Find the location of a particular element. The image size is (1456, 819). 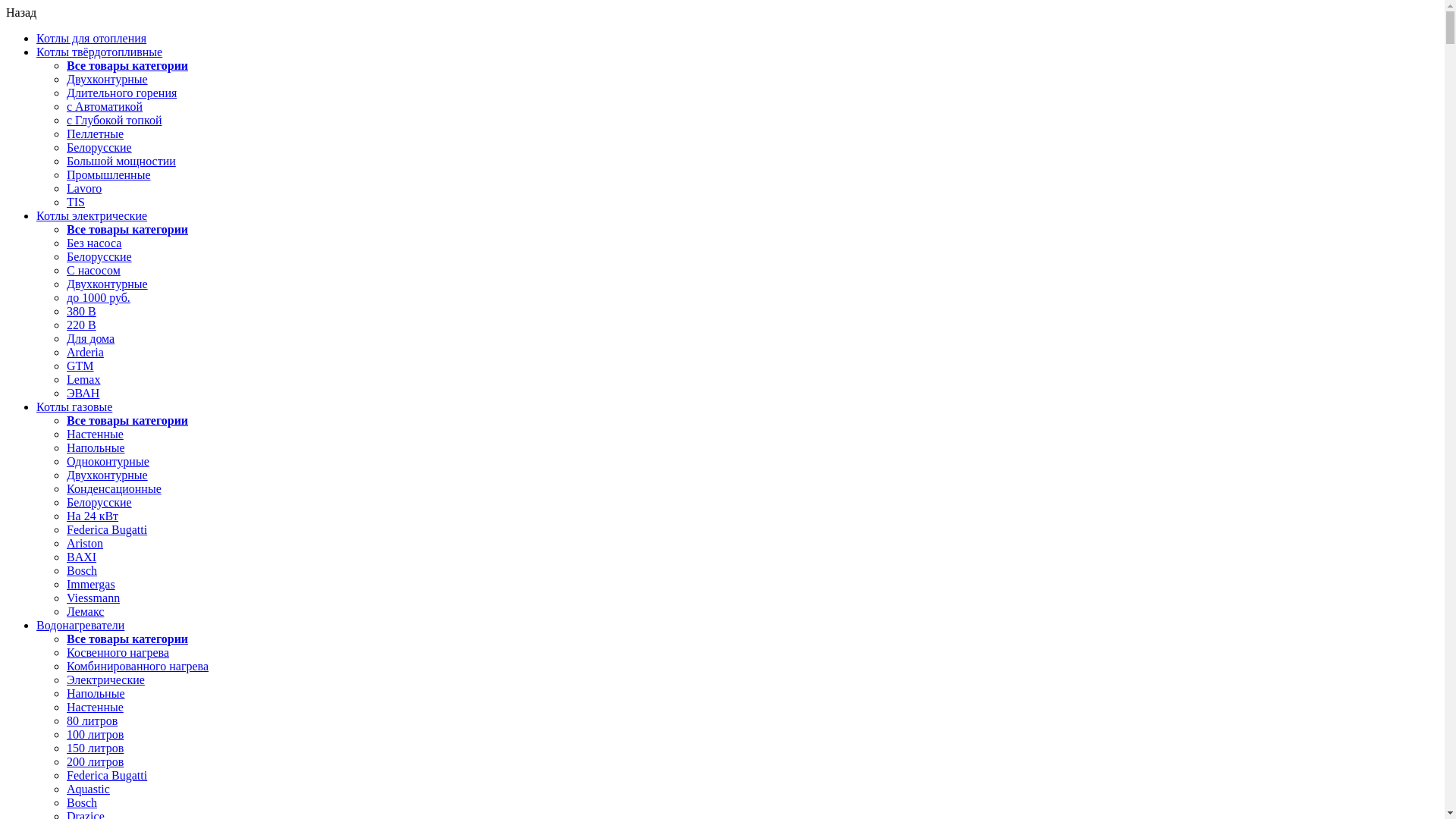

'Viessmann' is located at coordinates (65, 597).